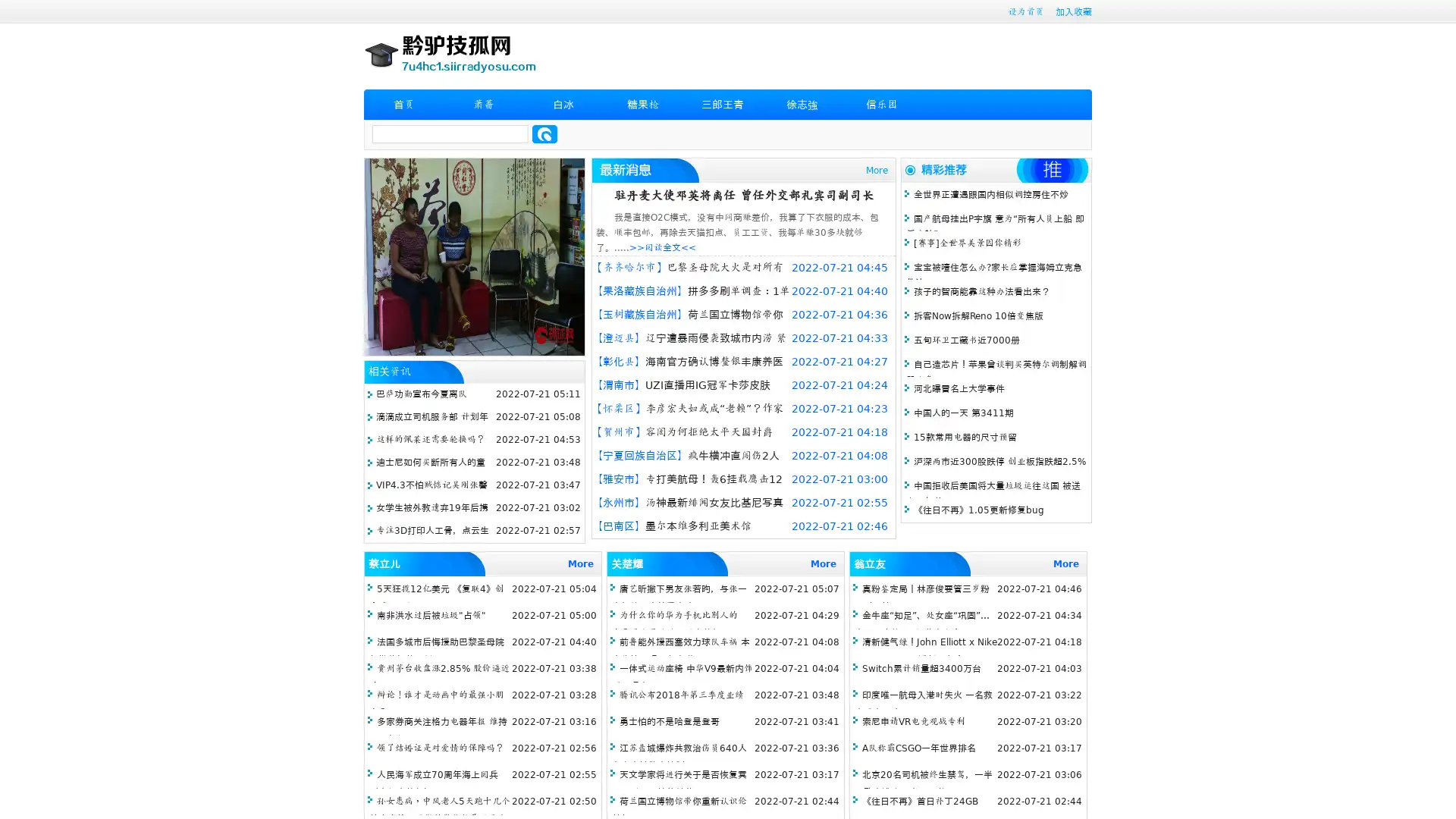 The height and width of the screenshot is (819, 1456). I want to click on Search, so click(544, 133).